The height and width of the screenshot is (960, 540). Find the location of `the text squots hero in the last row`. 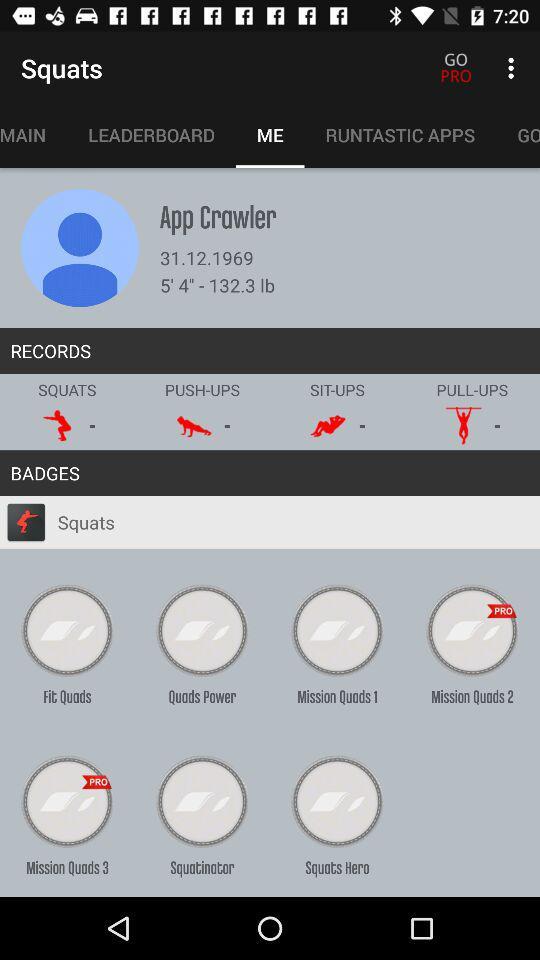

the text squots hero in the last row is located at coordinates (337, 801).